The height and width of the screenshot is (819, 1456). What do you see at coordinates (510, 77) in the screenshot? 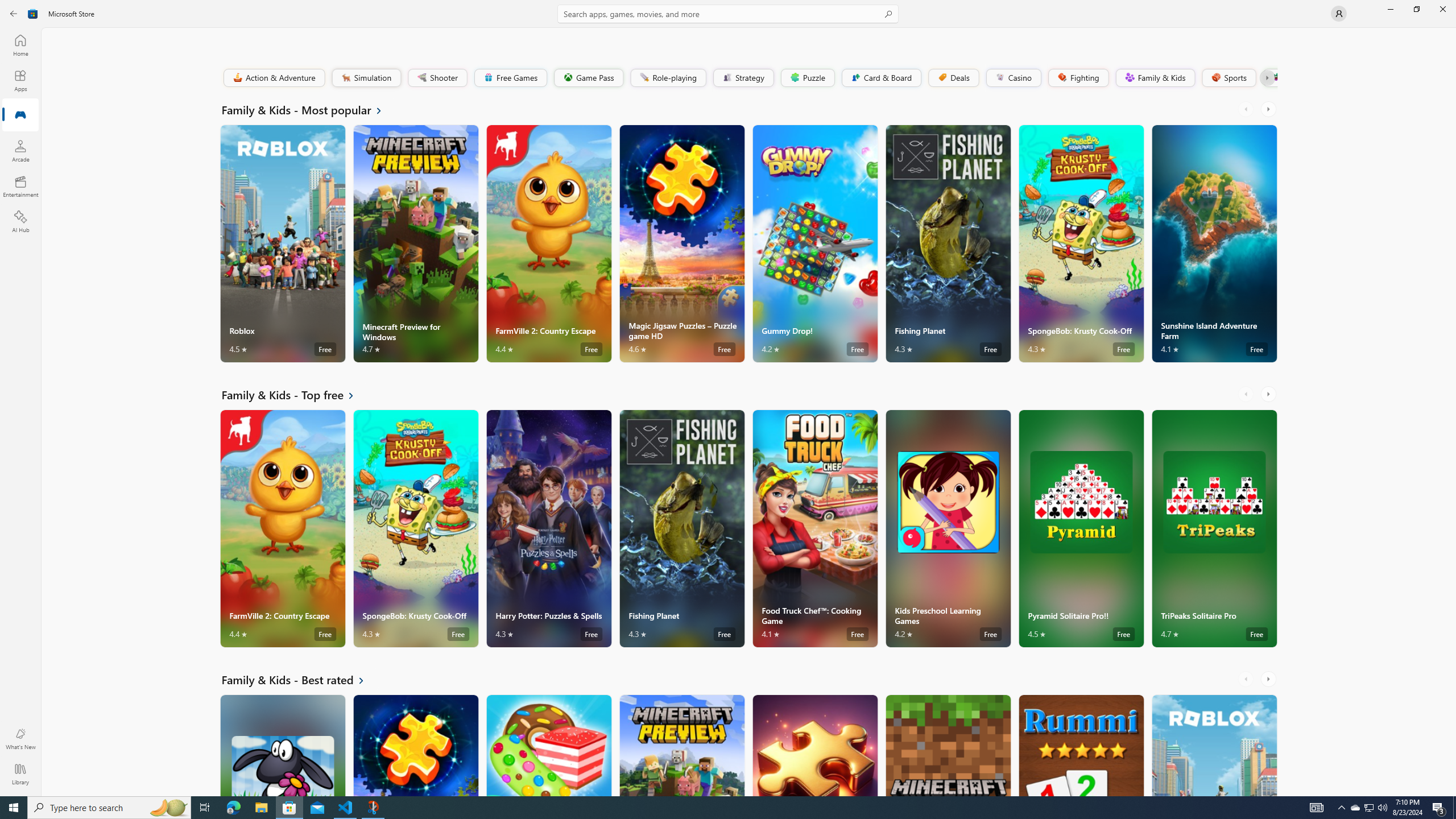
I see `'Free Games'` at bounding box center [510, 77].